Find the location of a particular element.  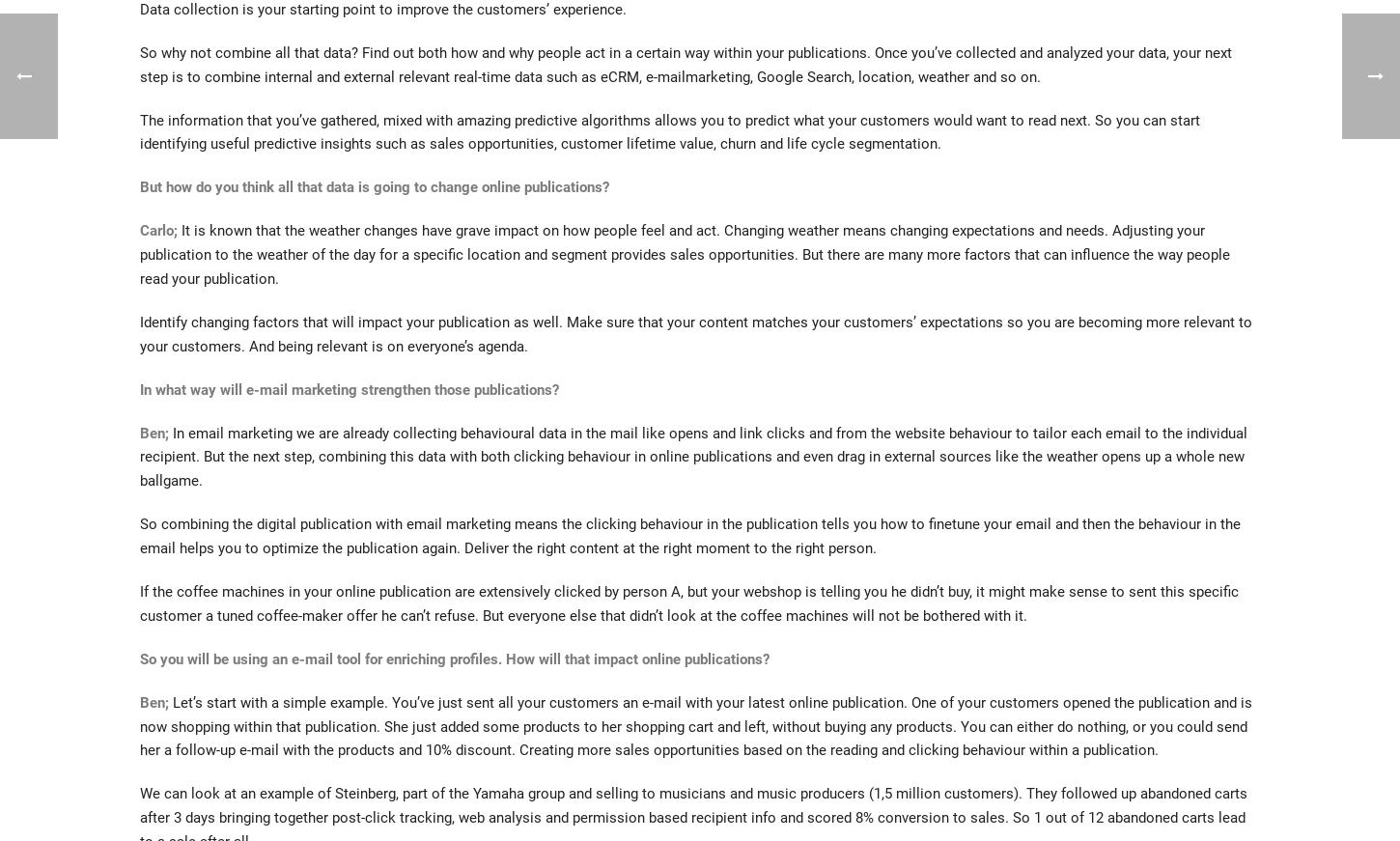

'Identify changing factors that will impact your publication as well. Make sure that your content matches your customers’ expectations so you are becoming more relevant to your customers. And being relevant is on everyone’s agenda.' is located at coordinates (694, 332).